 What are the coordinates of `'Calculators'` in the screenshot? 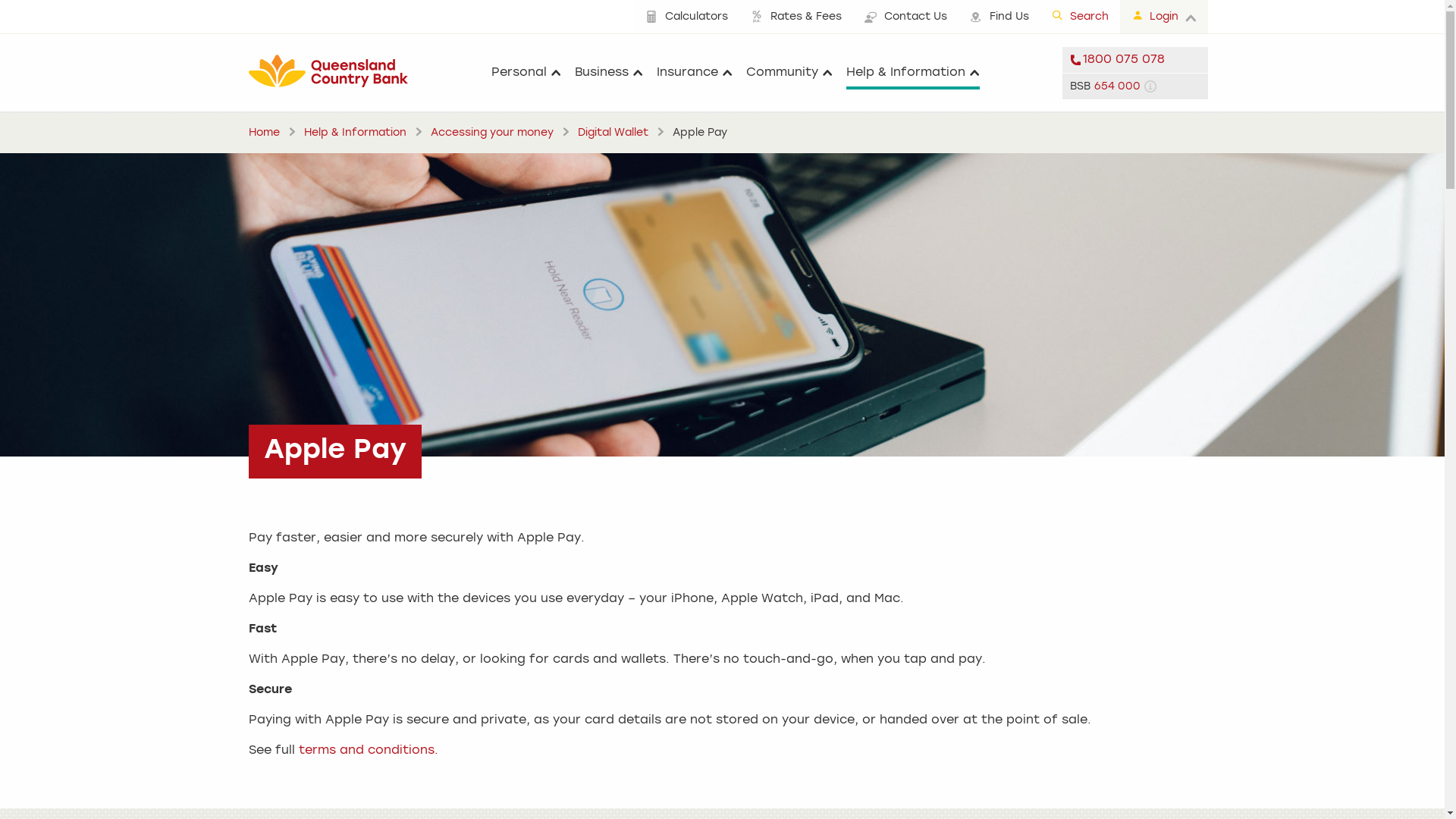 It's located at (686, 17).